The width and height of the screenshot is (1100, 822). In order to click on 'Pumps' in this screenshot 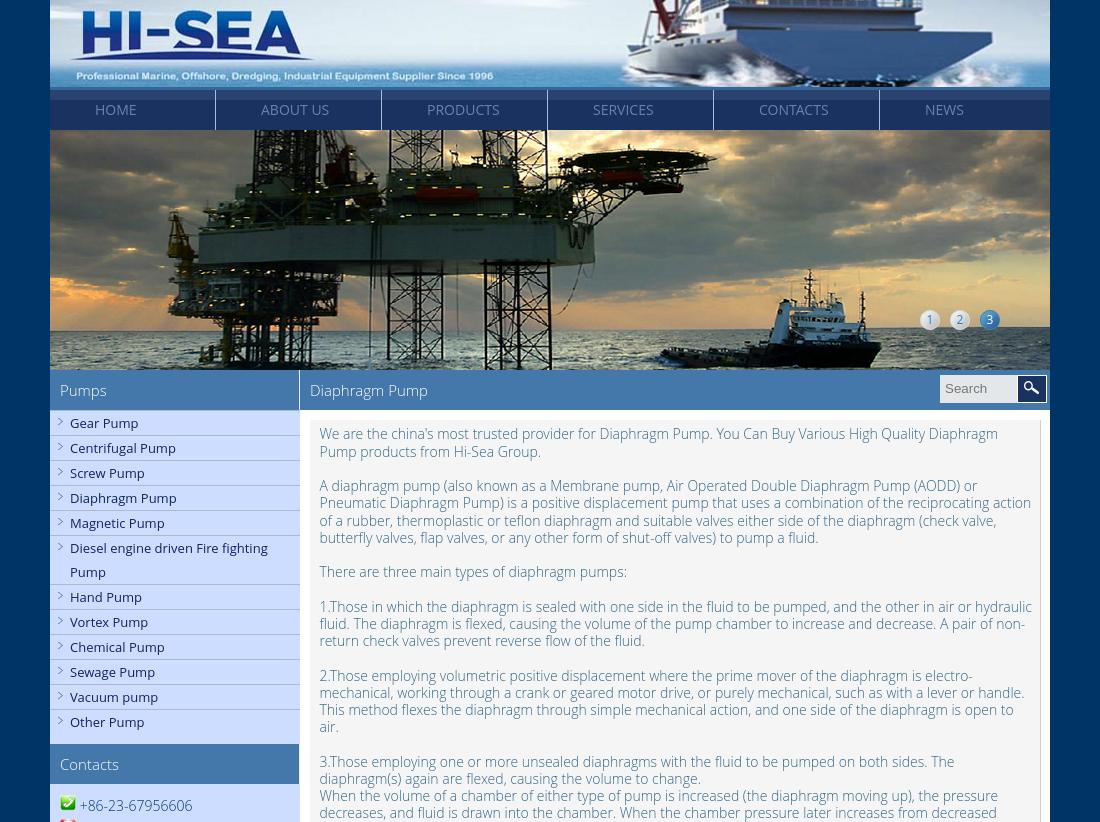, I will do `click(83, 390)`.